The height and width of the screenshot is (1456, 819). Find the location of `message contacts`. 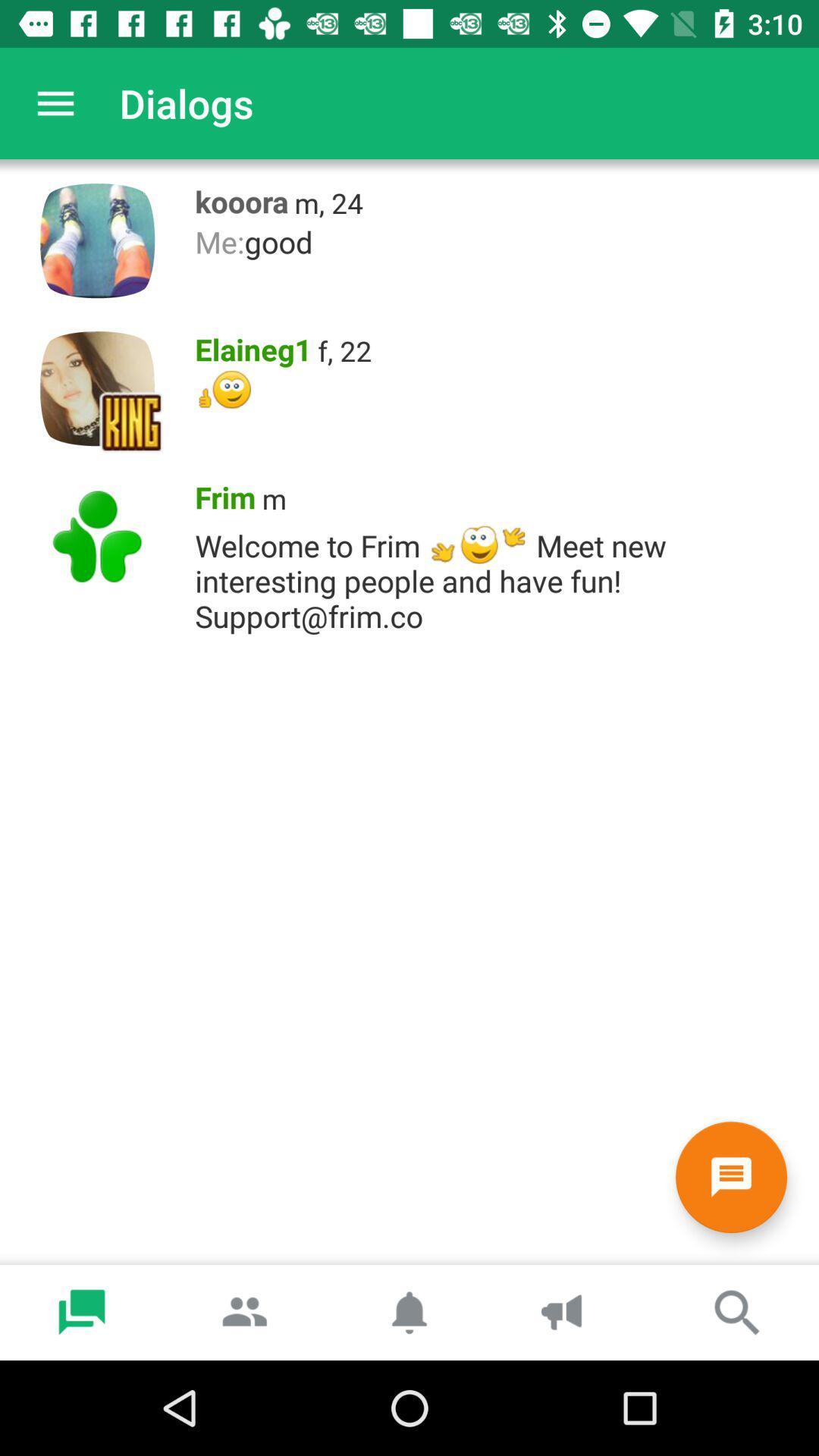

message contacts is located at coordinates (730, 1176).